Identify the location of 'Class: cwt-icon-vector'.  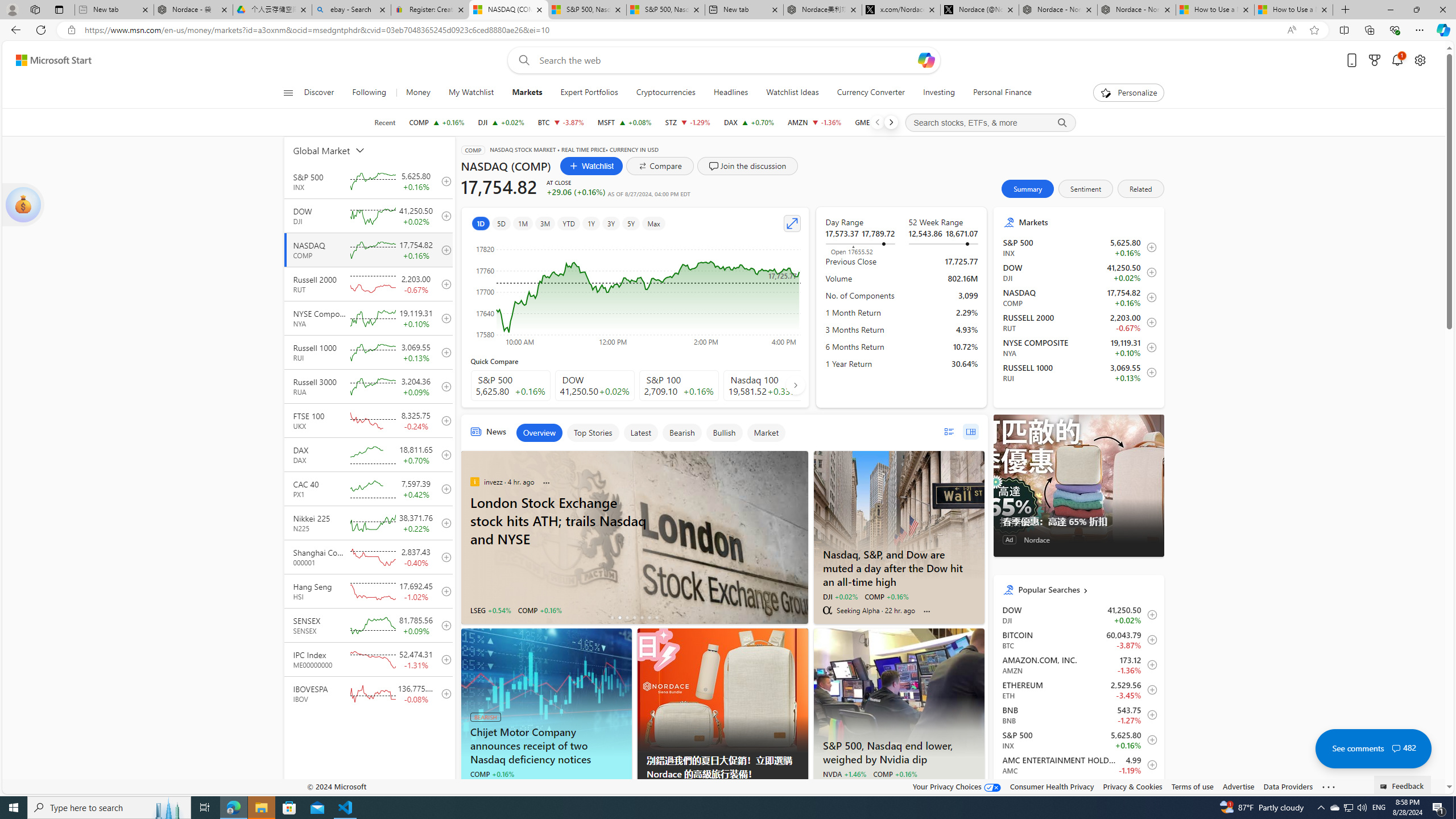
(1396, 748).